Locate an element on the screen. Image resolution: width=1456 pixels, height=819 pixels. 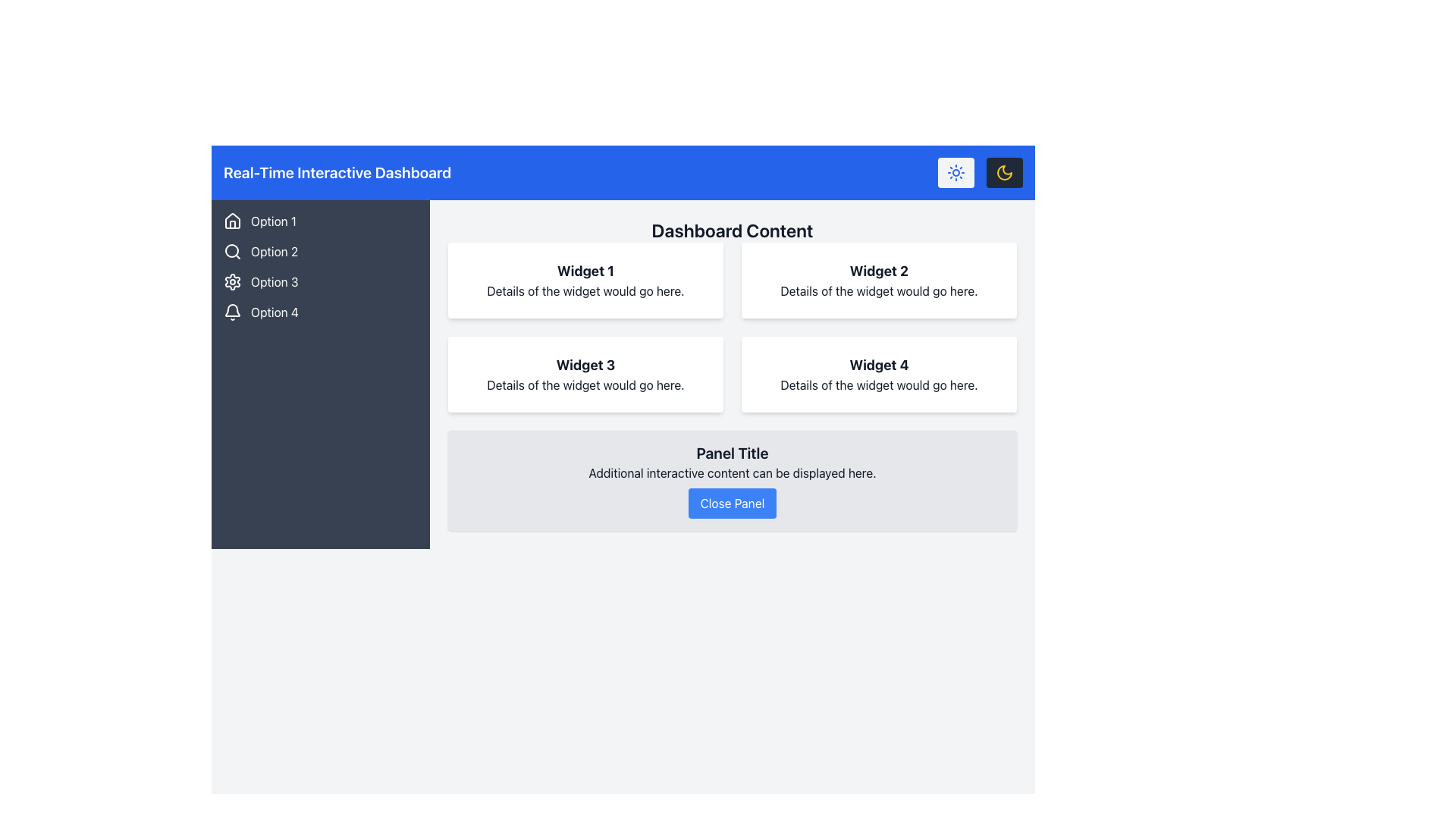
the header text element located at the top title of the rightmost widget box on the first row of the dashboard content area is located at coordinates (879, 271).